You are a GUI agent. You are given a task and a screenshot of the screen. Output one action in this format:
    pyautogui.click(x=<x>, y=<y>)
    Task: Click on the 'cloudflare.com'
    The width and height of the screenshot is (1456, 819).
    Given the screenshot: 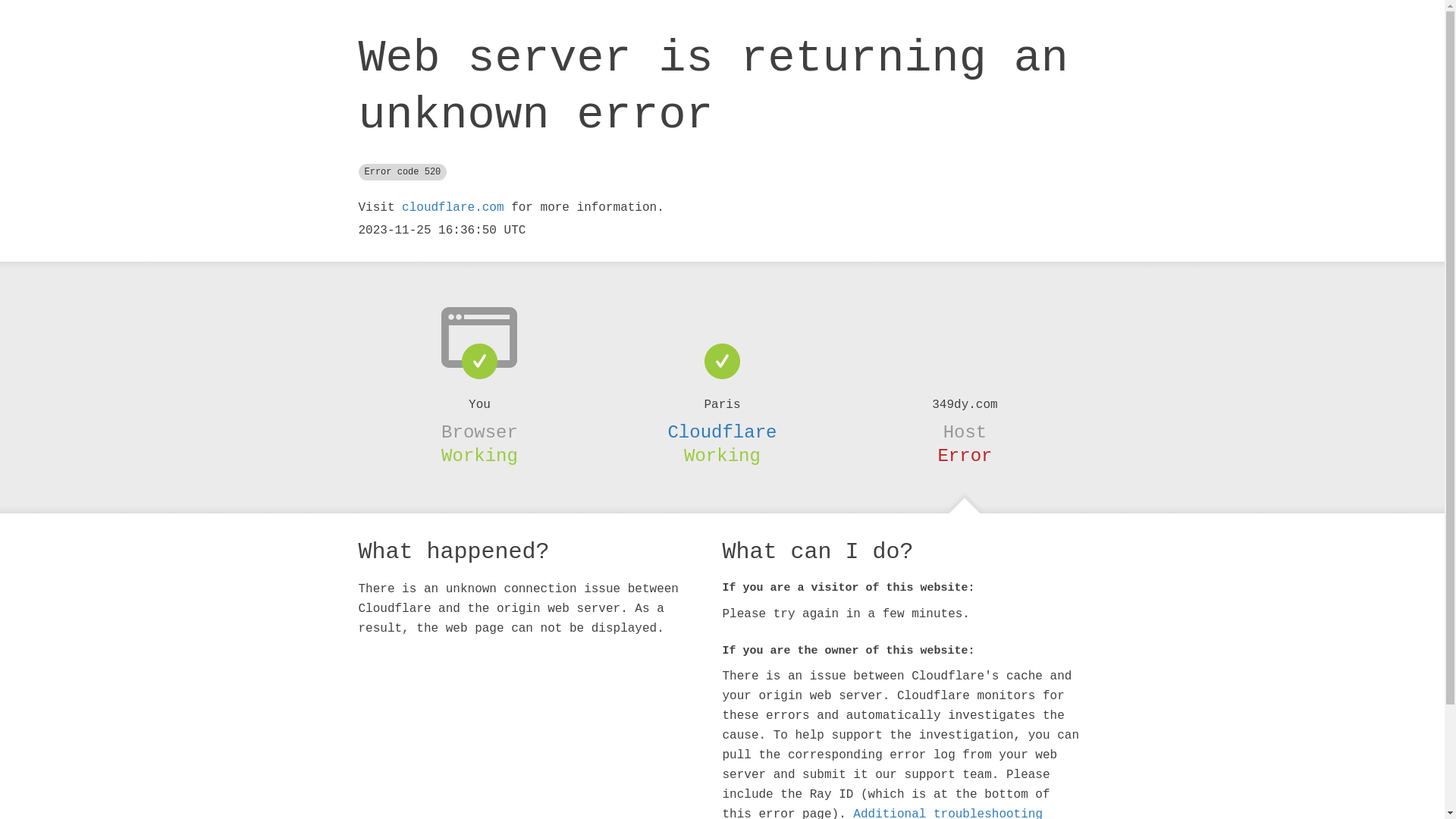 What is the action you would take?
    pyautogui.click(x=451, y=207)
    